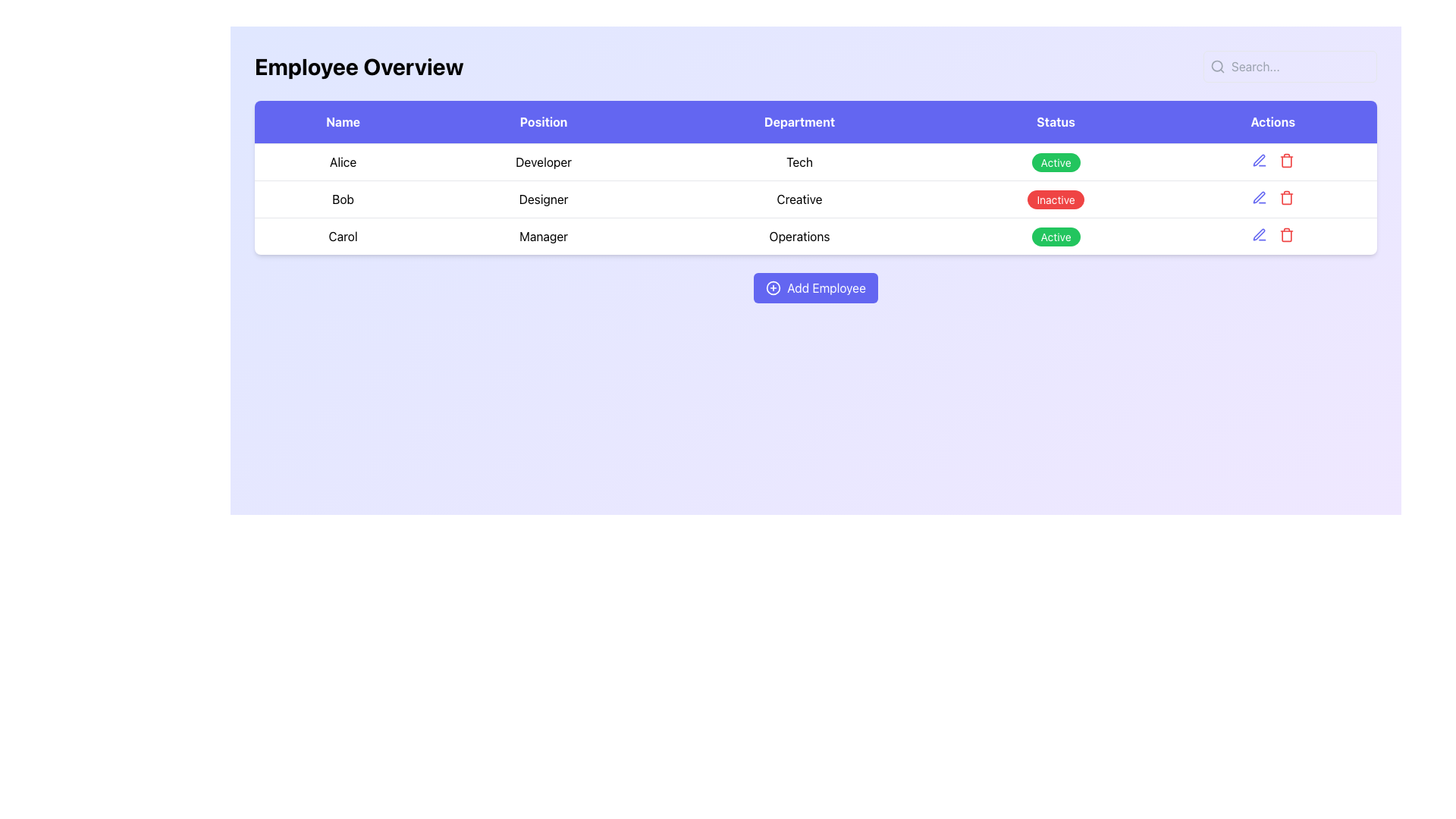 The image size is (1456, 819). Describe the element at coordinates (814, 288) in the screenshot. I see `the button located below the employee listing table` at that location.